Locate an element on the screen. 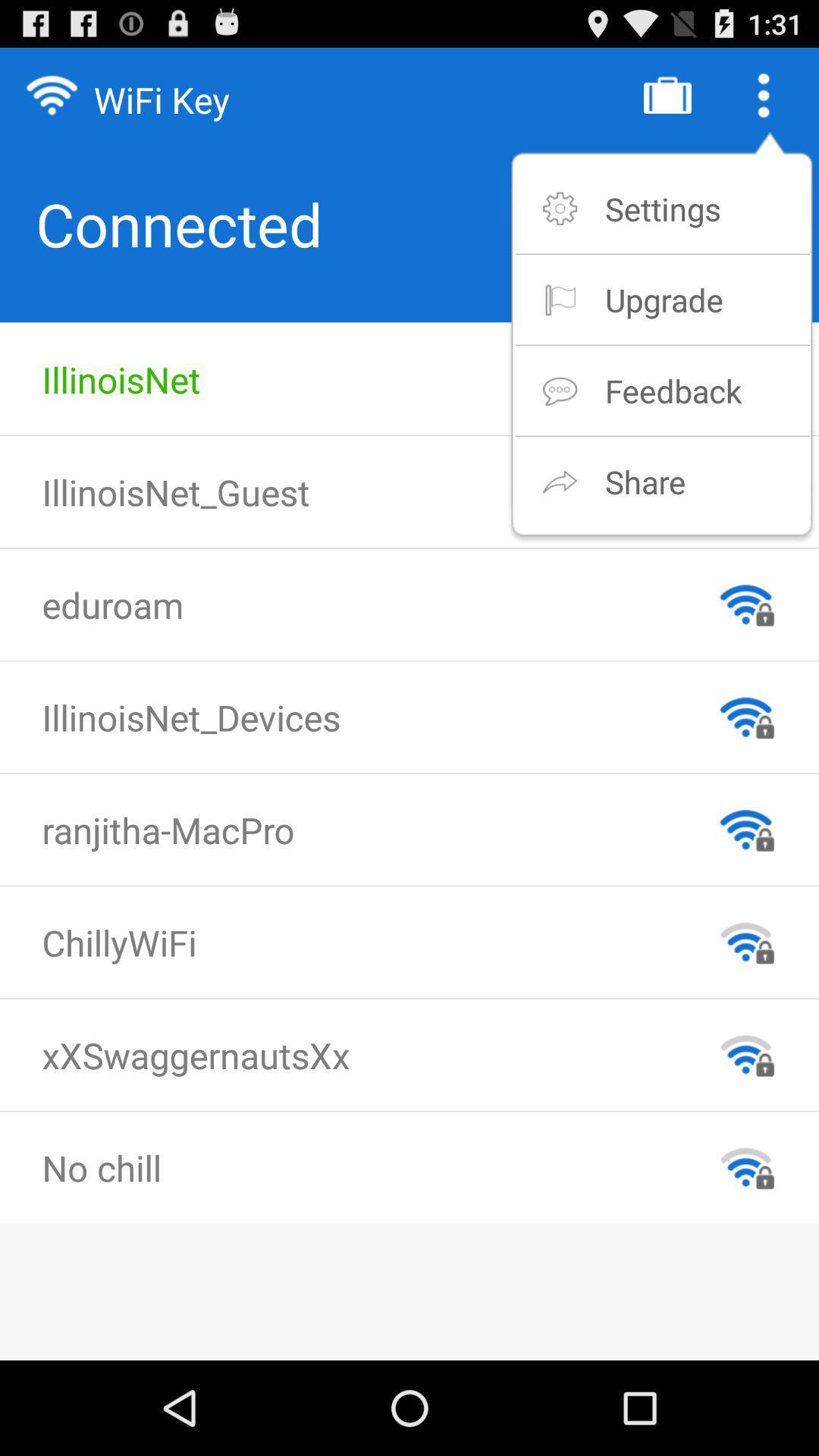  the icon below feedback is located at coordinates (645, 481).